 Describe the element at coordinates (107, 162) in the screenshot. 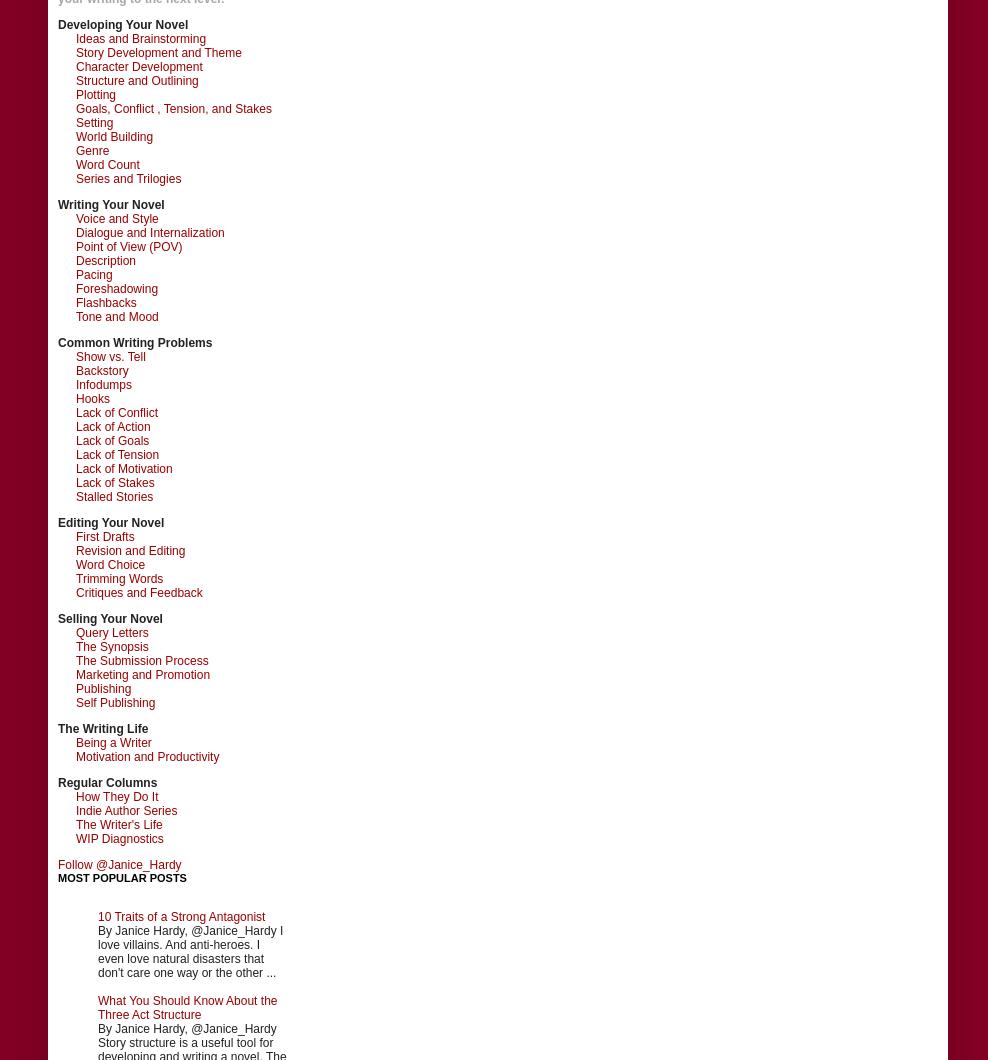

I see `'Word Count'` at that location.